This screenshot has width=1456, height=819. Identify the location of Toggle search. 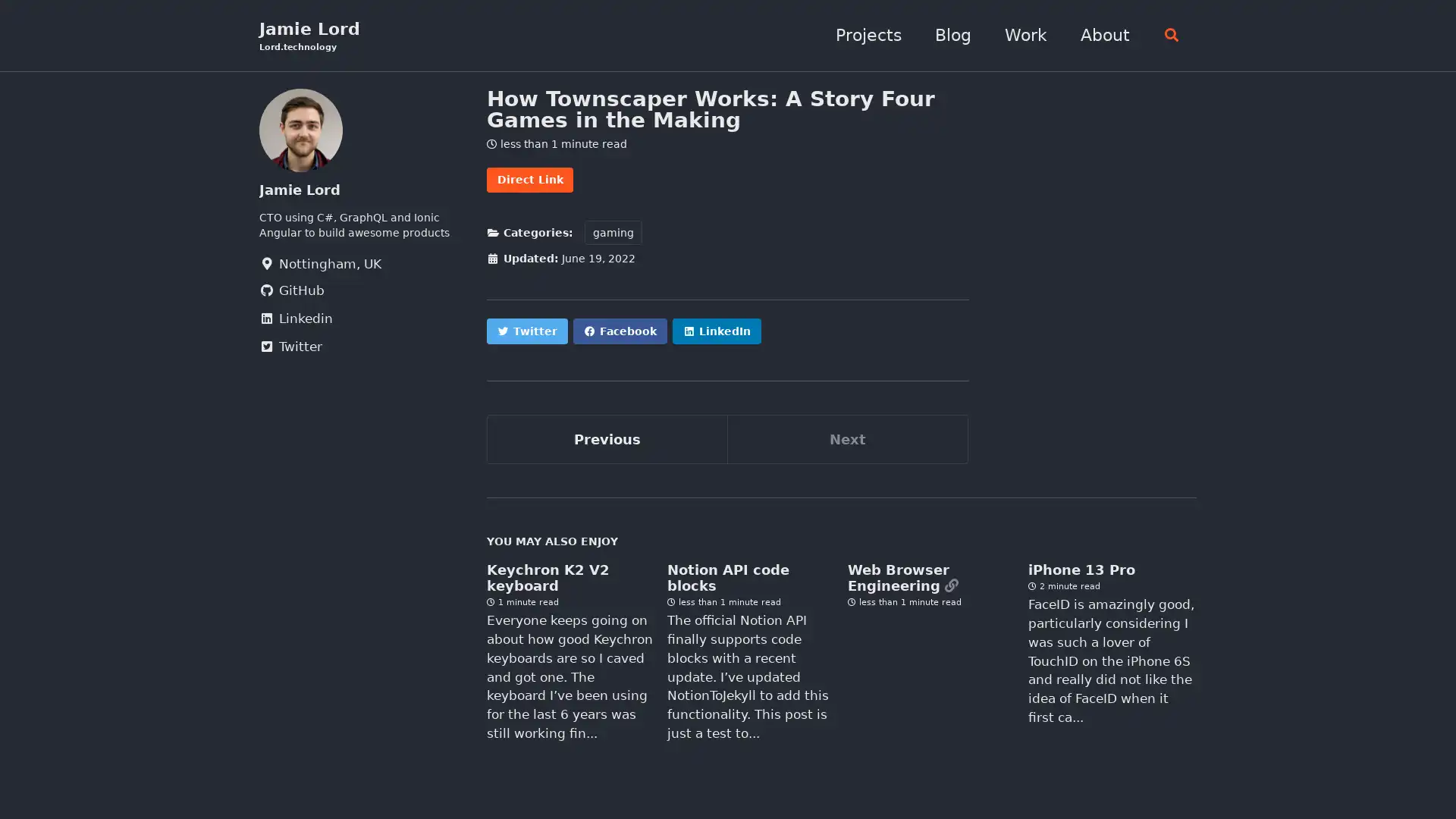
(1166, 35).